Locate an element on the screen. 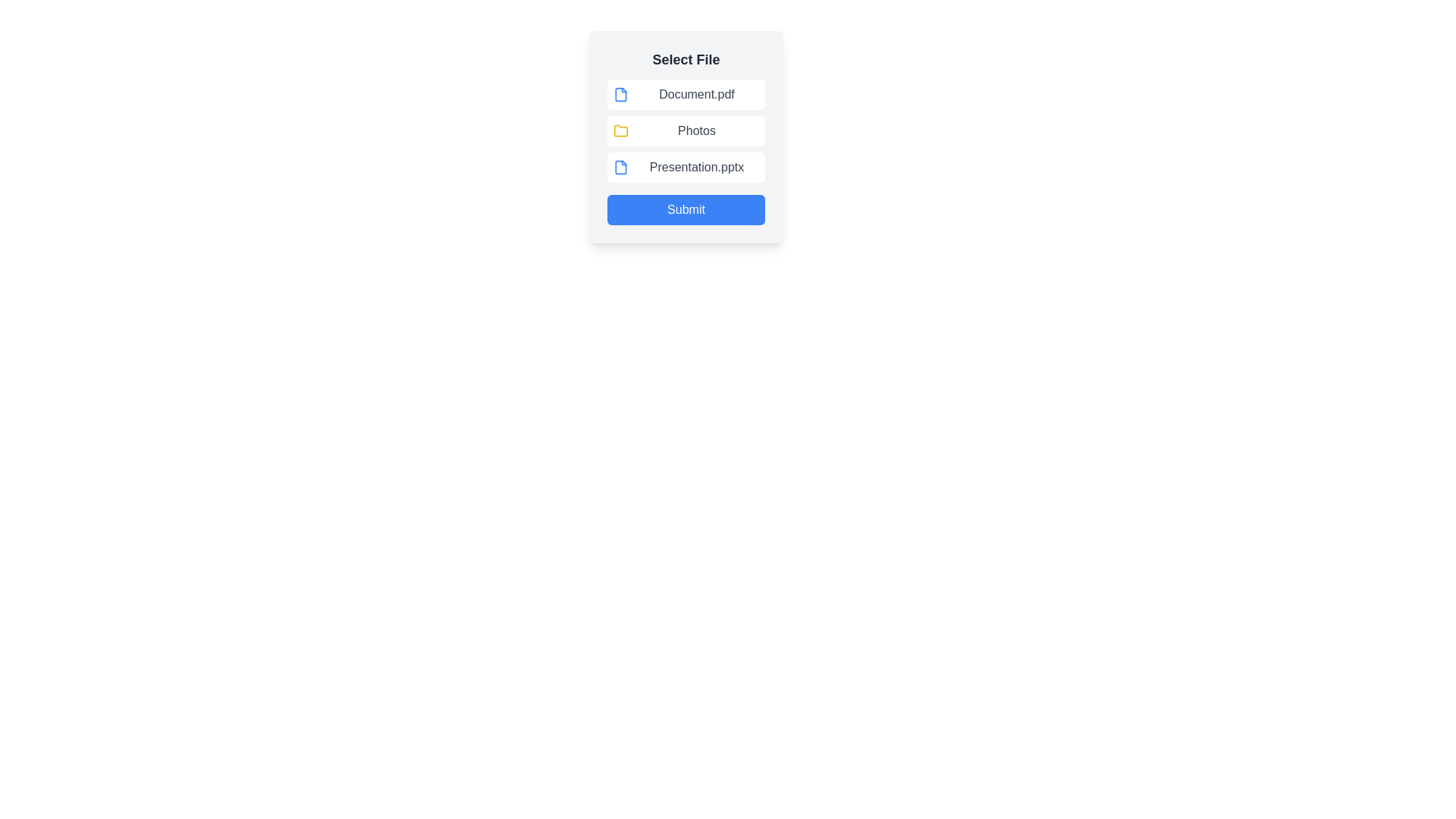 The image size is (1456, 819). the yellow folder icon located to the left of the text 'Photos' in the selection list titled 'Select File' is located at coordinates (621, 130).